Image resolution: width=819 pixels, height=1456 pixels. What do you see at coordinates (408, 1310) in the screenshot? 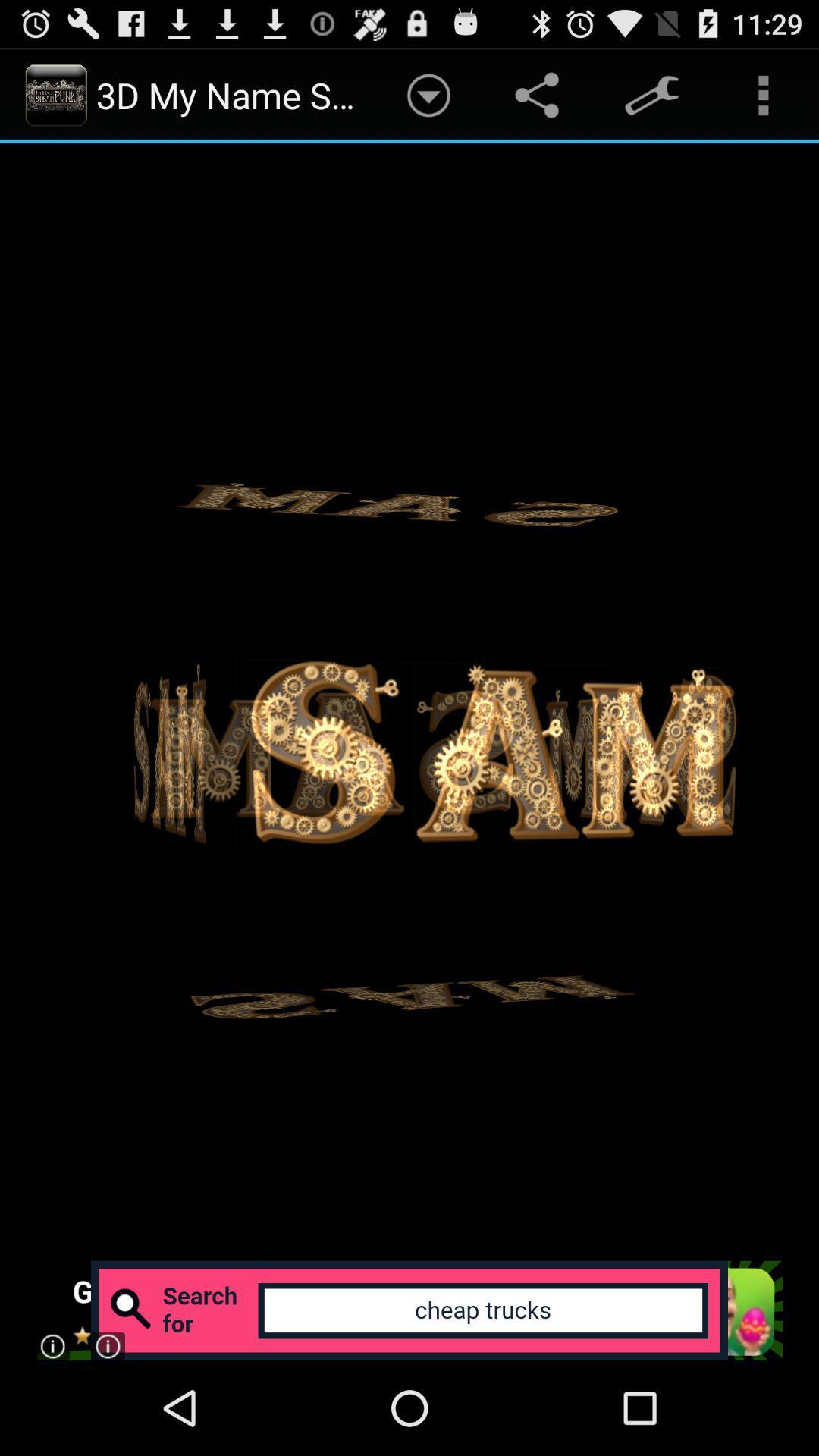
I see `expand add` at bounding box center [408, 1310].